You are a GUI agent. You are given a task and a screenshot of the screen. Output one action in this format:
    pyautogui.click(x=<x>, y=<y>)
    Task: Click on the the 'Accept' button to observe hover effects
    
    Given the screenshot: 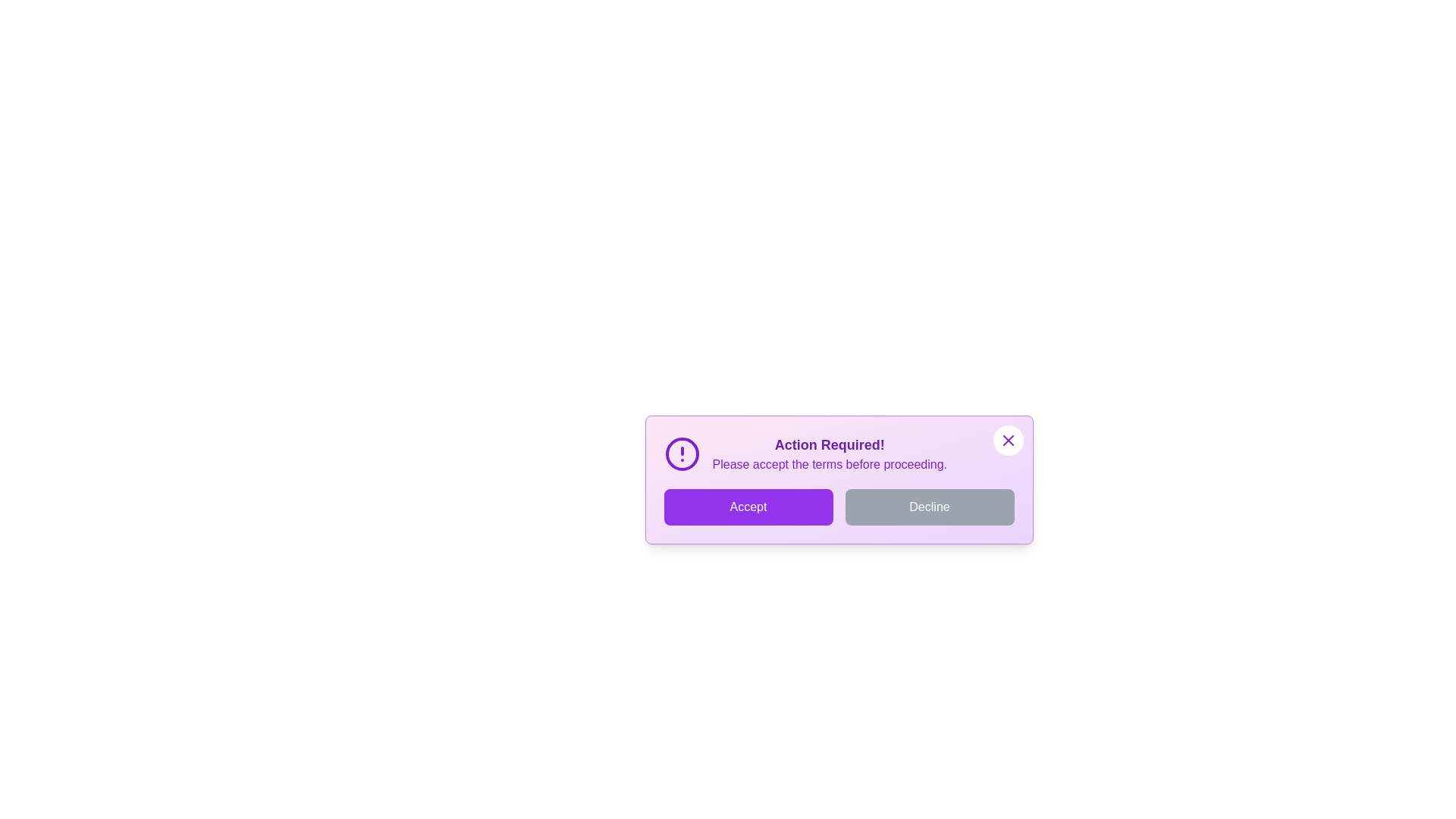 What is the action you would take?
    pyautogui.click(x=748, y=507)
    